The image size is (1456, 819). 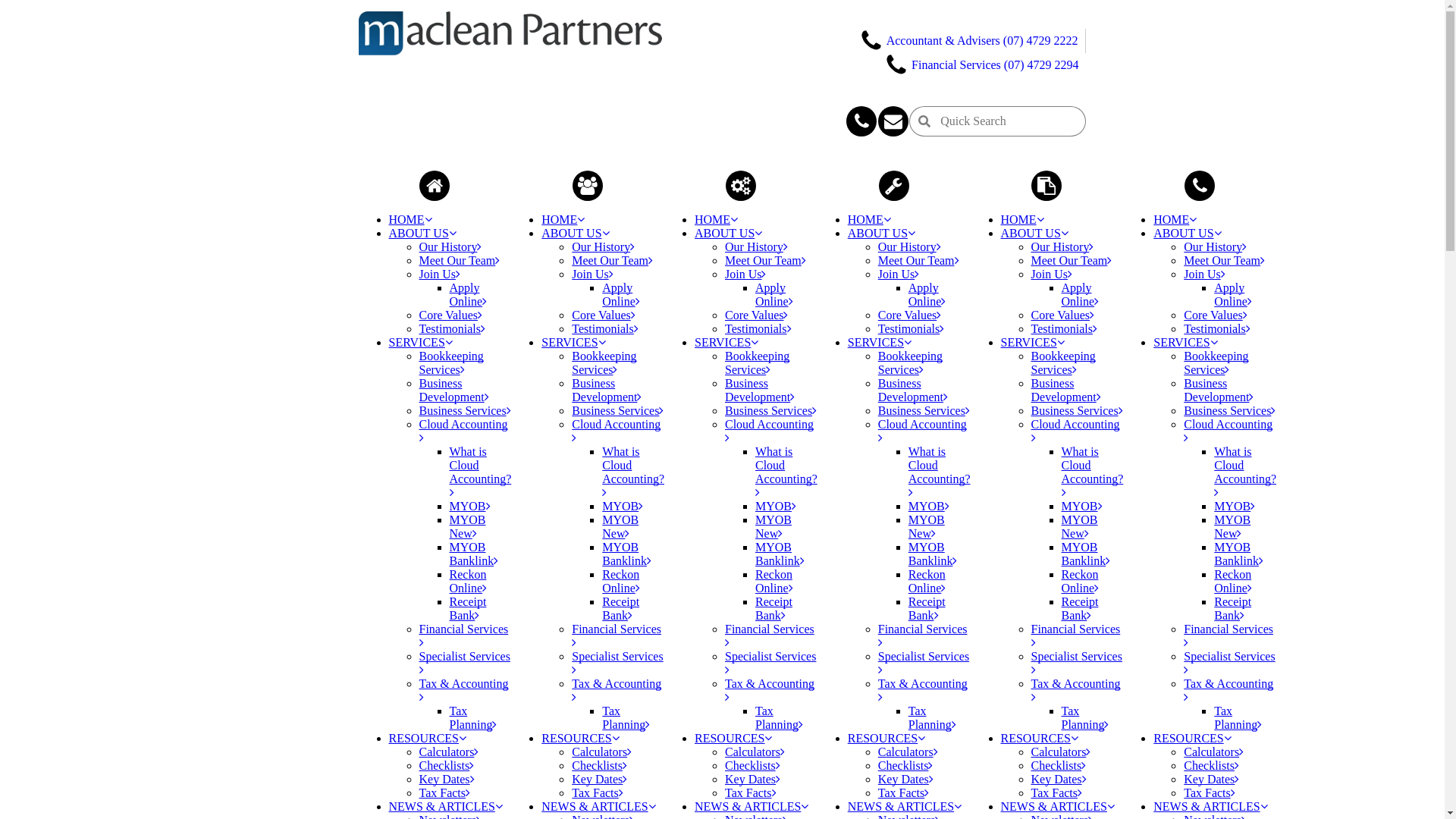 What do you see at coordinates (758, 328) in the screenshot?
I see `'Testimonials'` at bounding box center [758, 328].